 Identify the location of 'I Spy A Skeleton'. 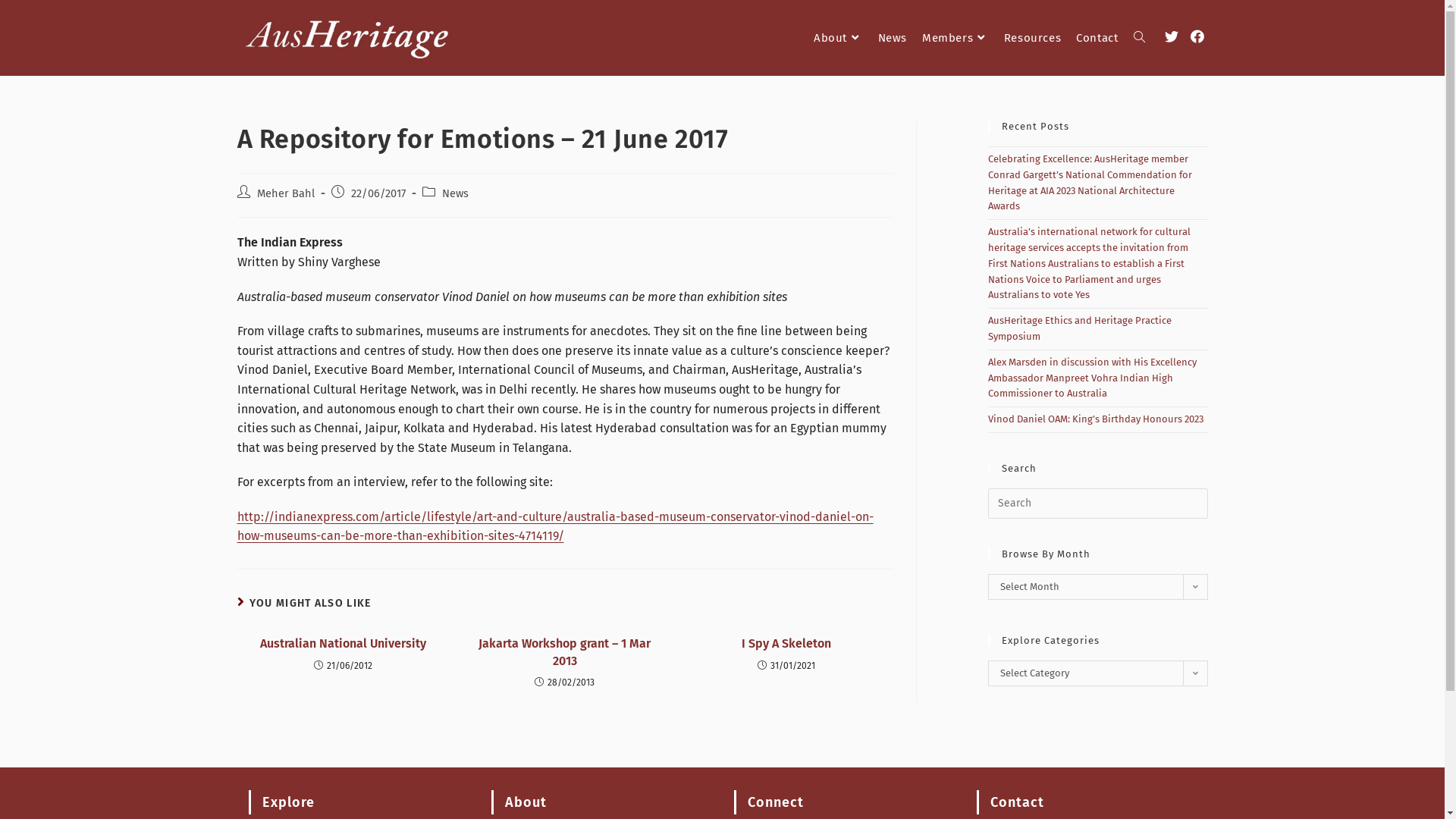
(786, 643).